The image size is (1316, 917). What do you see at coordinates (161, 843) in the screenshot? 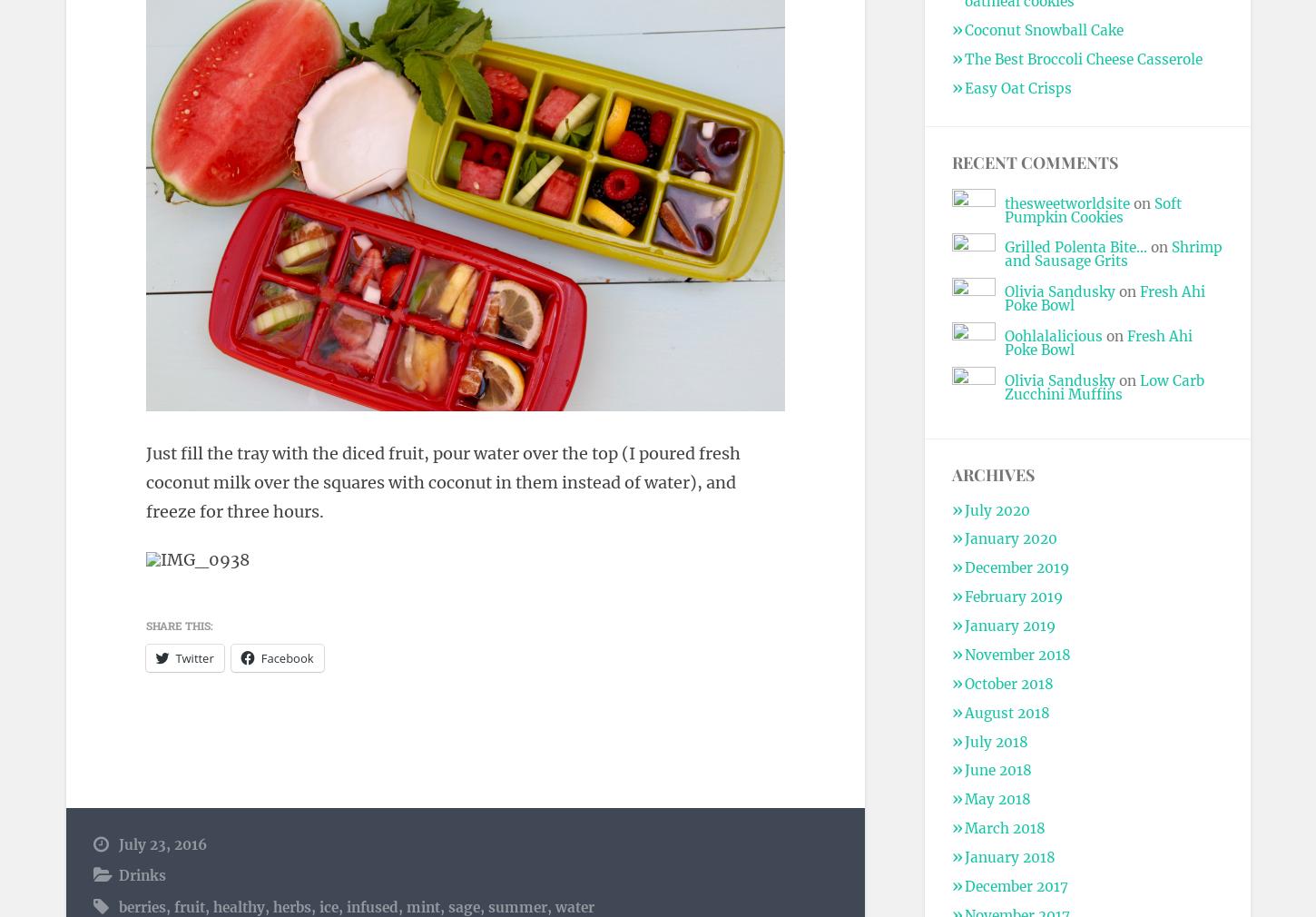
I see `'July 23, 2016'` at bounding box center [161, 843].